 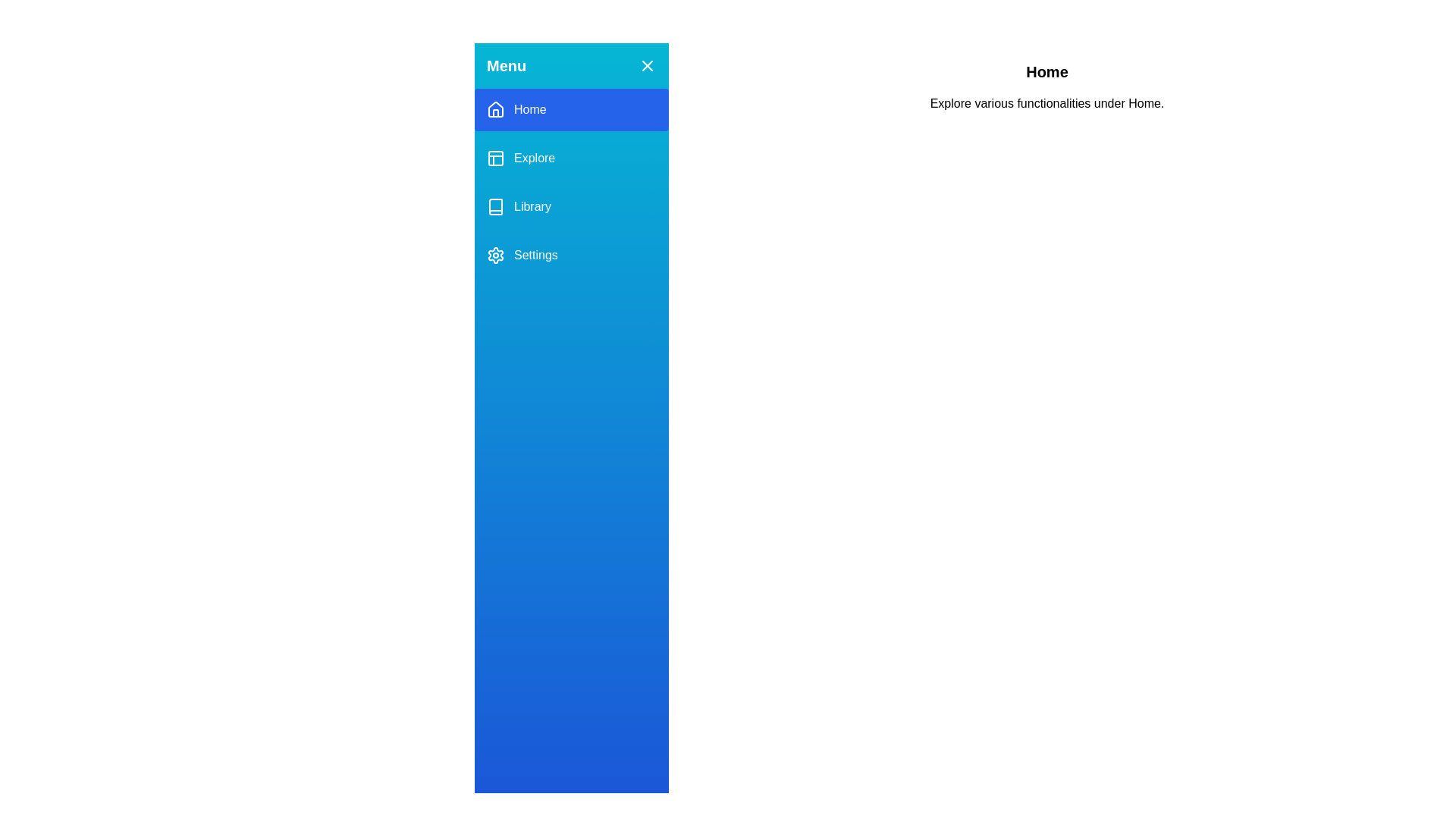 What do you see at coordinates (570, 109) in the screenshot?
I see `the Home section from the menu` at bounding box center [570, 109].